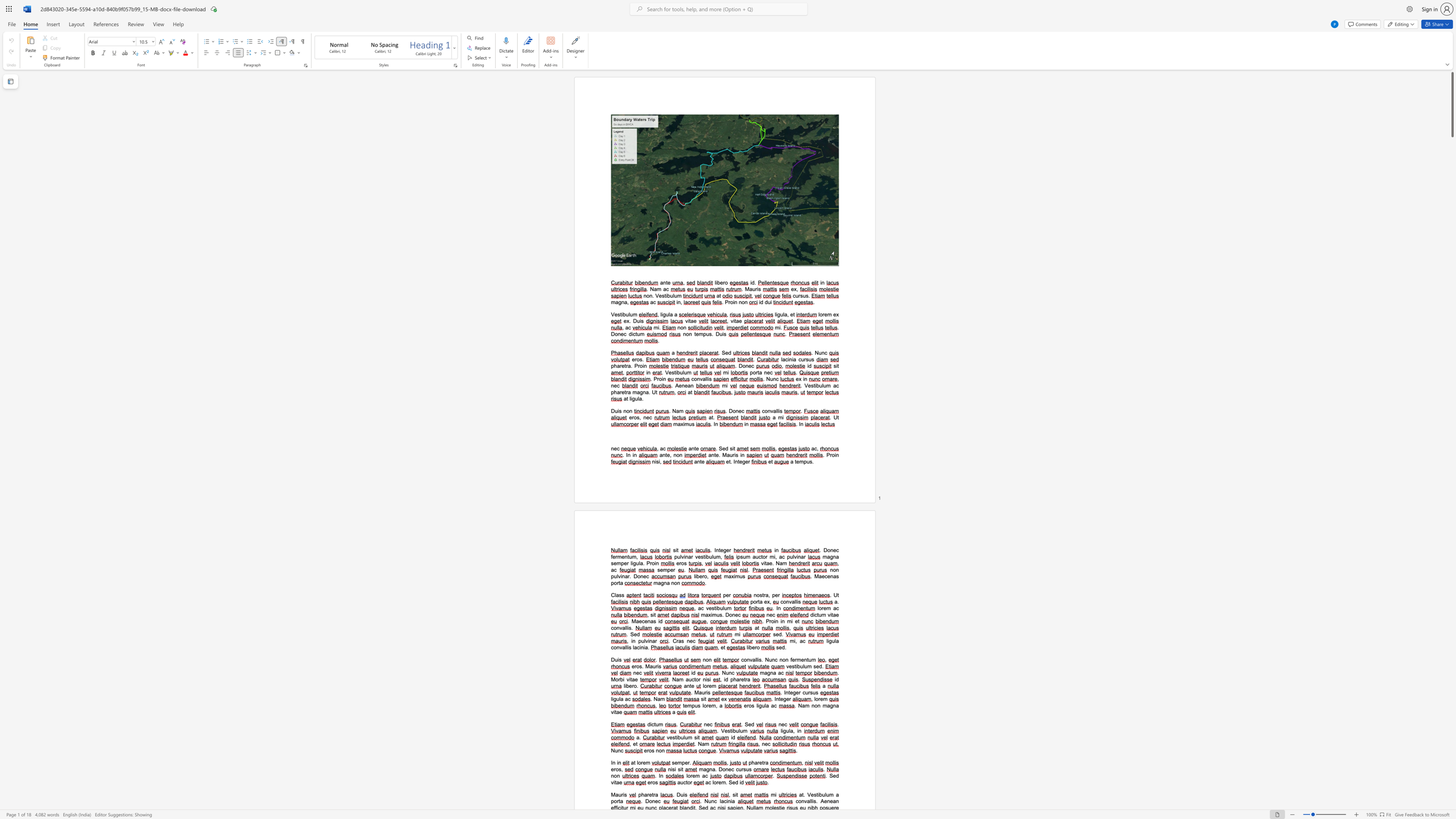 Image resolution: width=1456 pixels, height=819 pixels. I want to click on the space between the continuous character "e" and "m" in the text, so click(799, 461).